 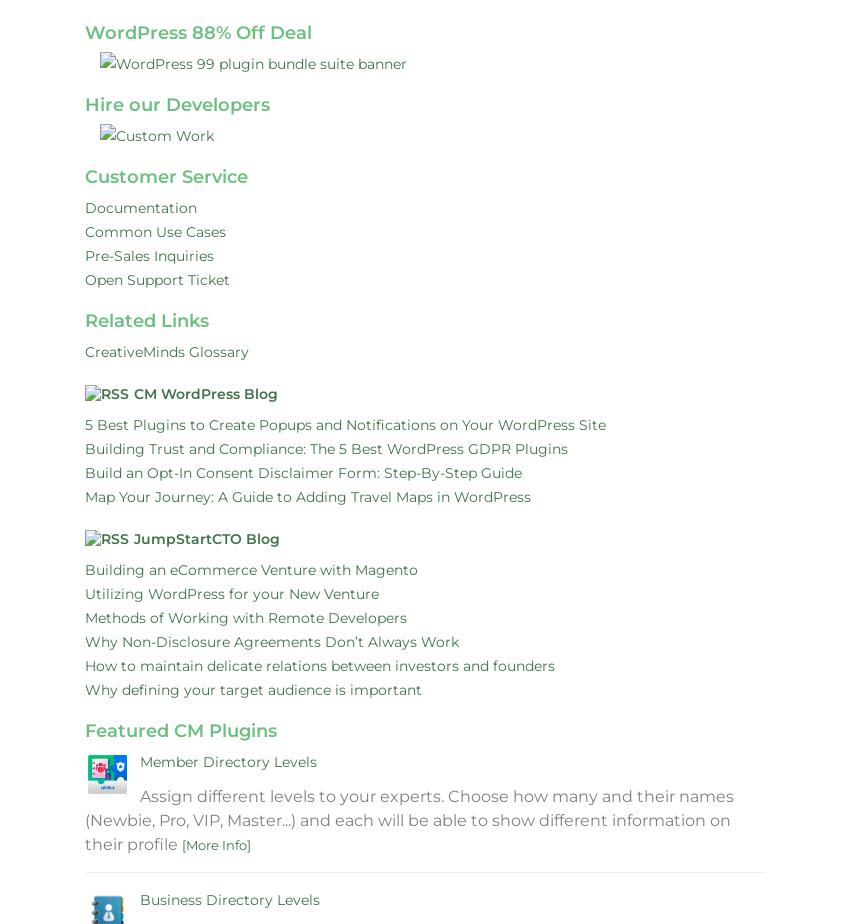 What do you see at coordinates (176, 104) in the screenshot?
I see `'Hire our Developers'` at bounding box center [176, 104].